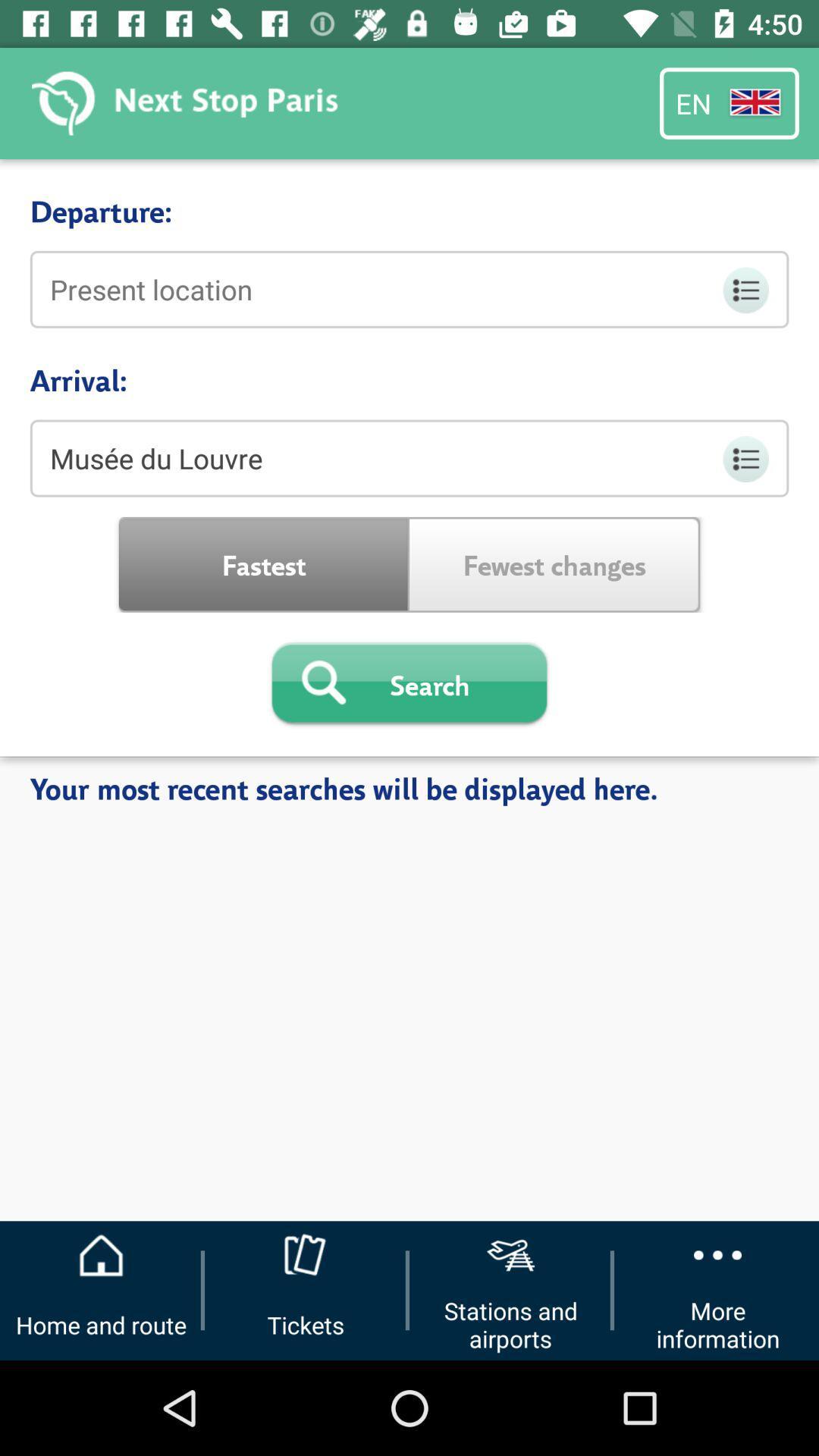 The height and width of the screenshot is (1456, 819). What do you see at coordinates (510, 1255) in the screenshot?
I see `the icon above the button stations and airports on the web page` at bounding box center [510, 1255].